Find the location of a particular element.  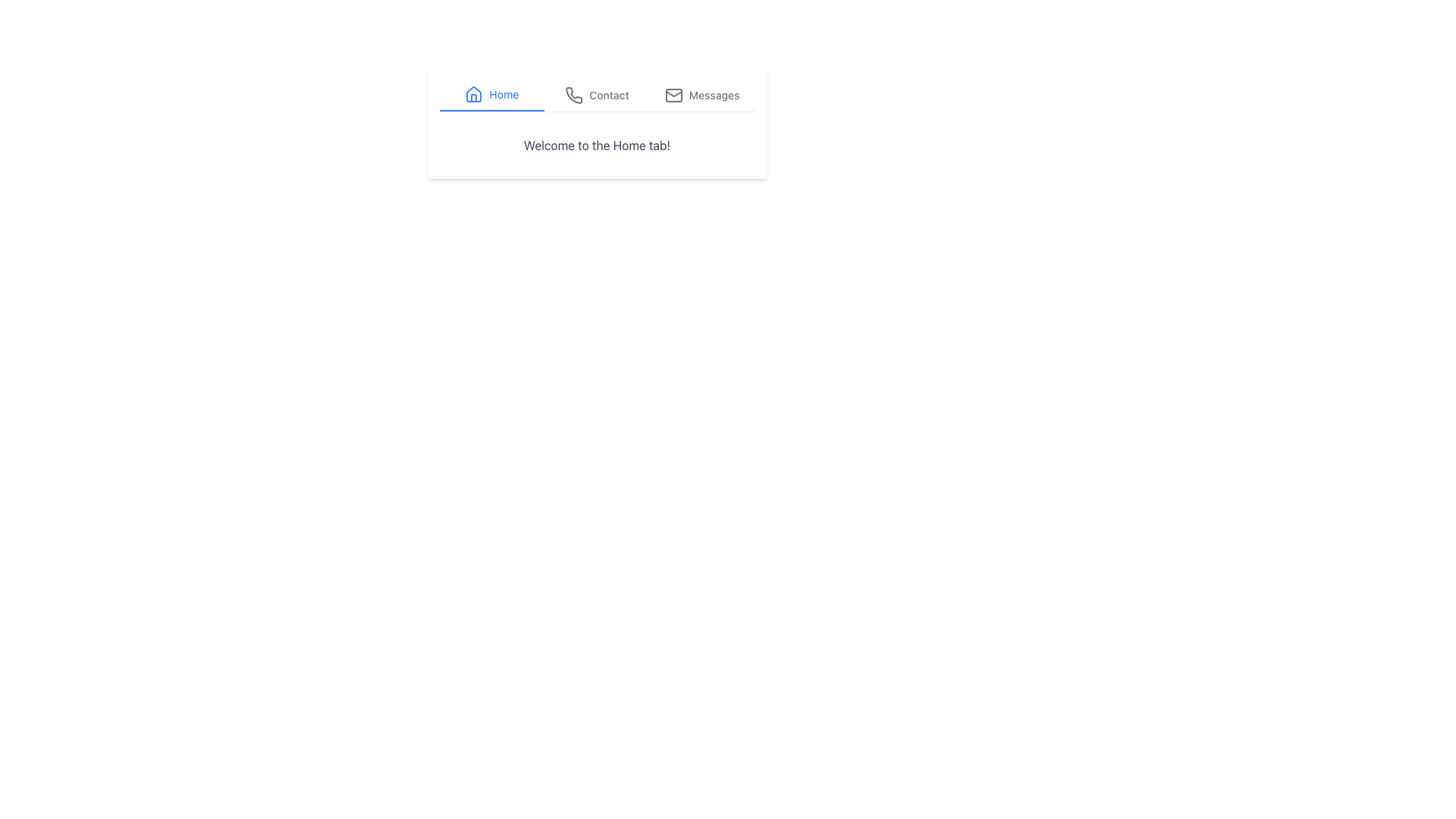

the 'Home' navigation tab button located at the top-left area of the application is located at coordinates (491, 96).